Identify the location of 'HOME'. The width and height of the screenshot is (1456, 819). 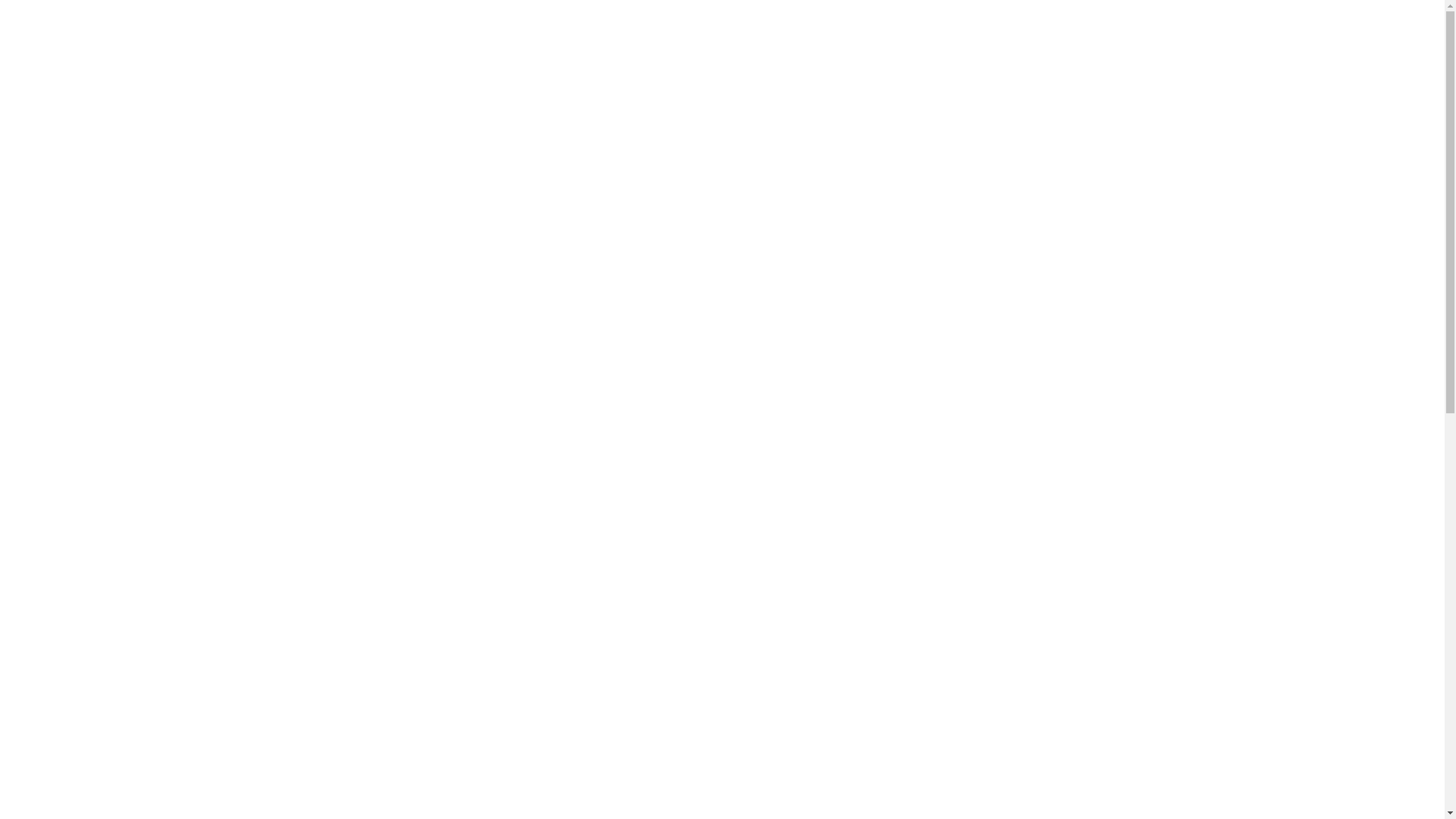
(322, 102).